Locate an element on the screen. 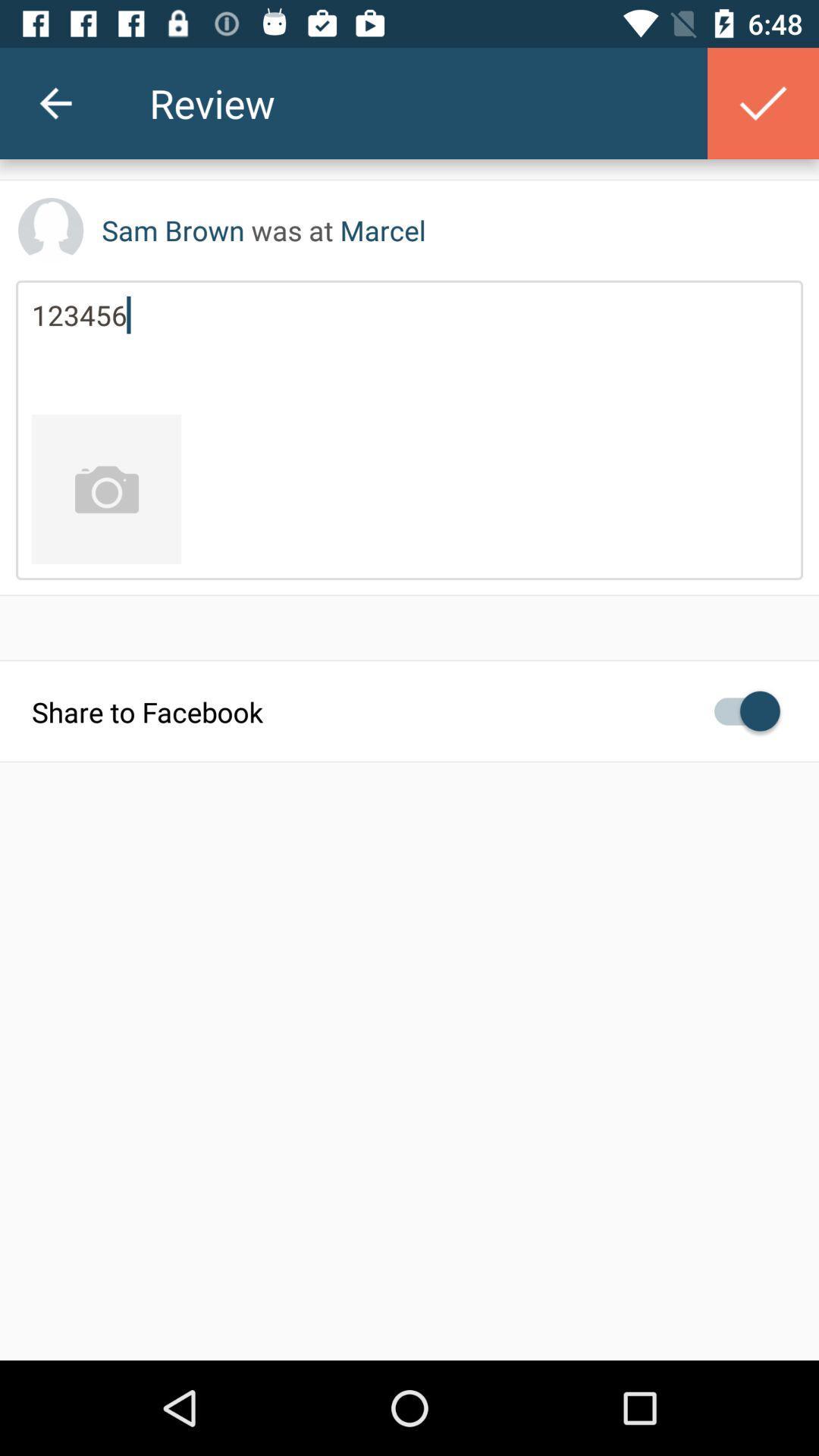 The image size is (819, 1456). share to facebook item is located at coordinates (409, 710).